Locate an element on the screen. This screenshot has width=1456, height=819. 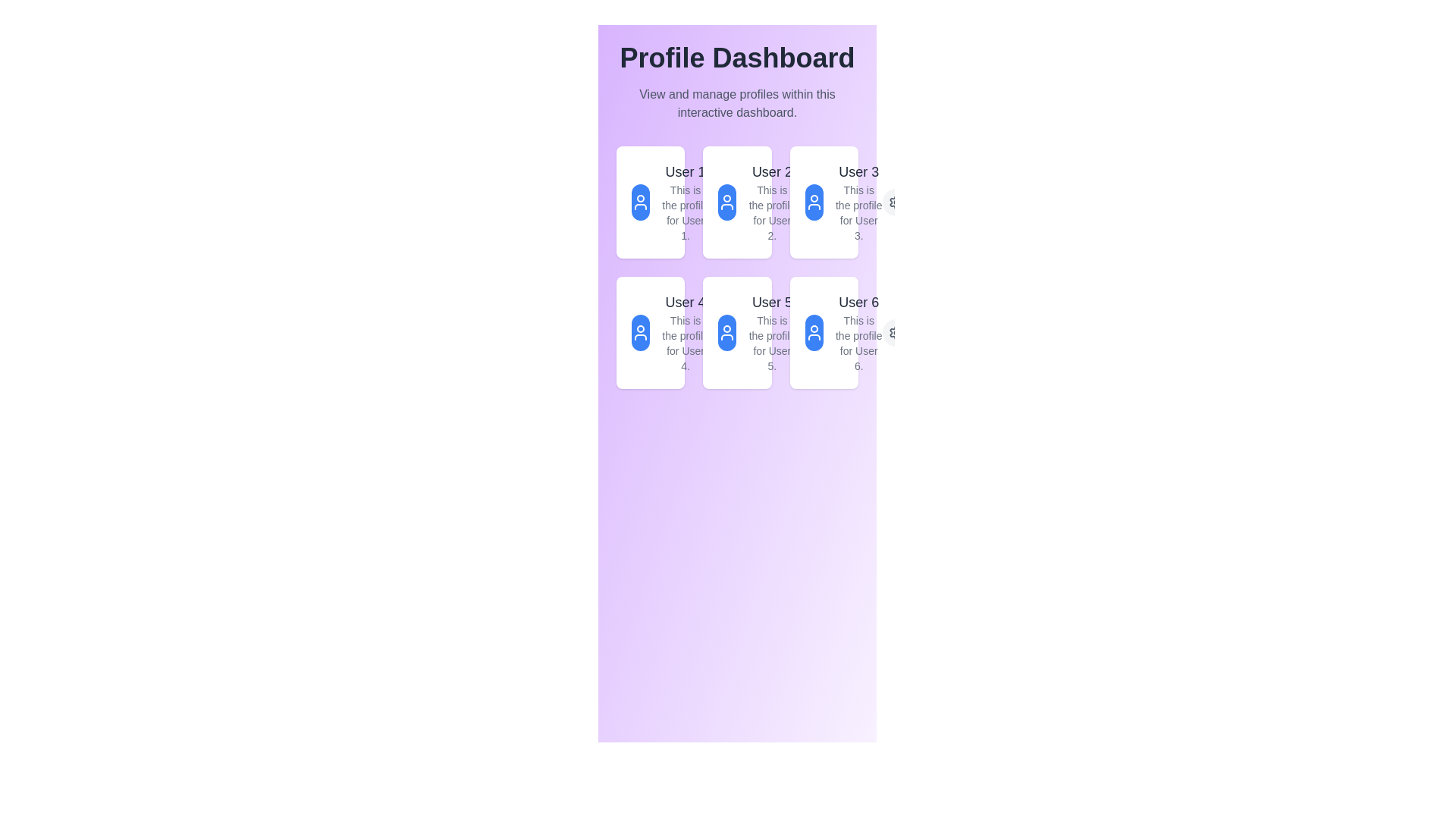
the user profile summary card, which is the fifth item in a 3x2 grid layout is located at coordinates (757, 332).